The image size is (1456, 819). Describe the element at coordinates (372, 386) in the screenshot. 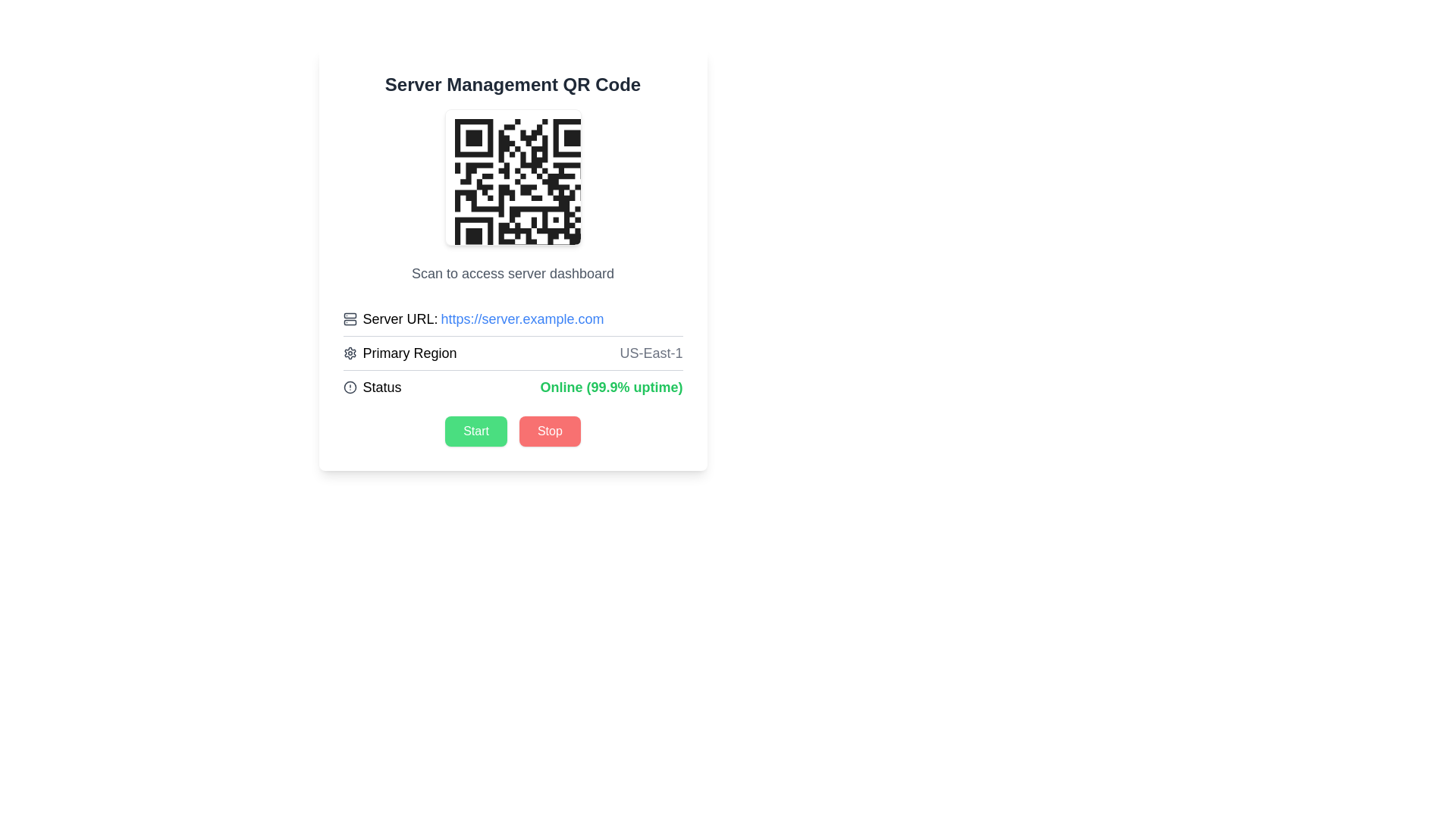

I see `the information of the status label located in the 'Status' section, which is positioned to the left of 'Online (99.9% uptime)'` at that location.